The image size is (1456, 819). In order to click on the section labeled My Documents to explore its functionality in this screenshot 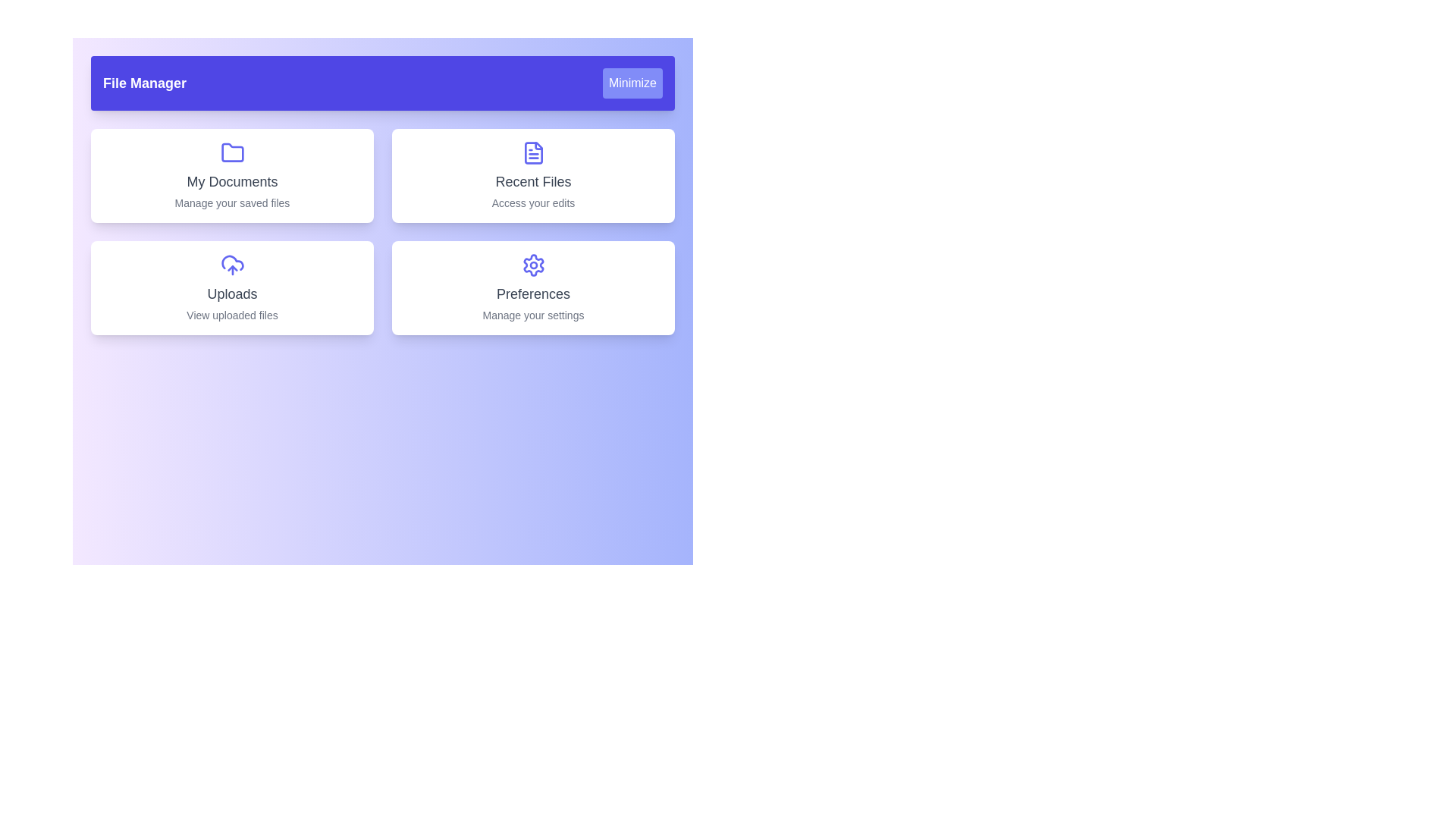, I will do `click(231, 174)`.